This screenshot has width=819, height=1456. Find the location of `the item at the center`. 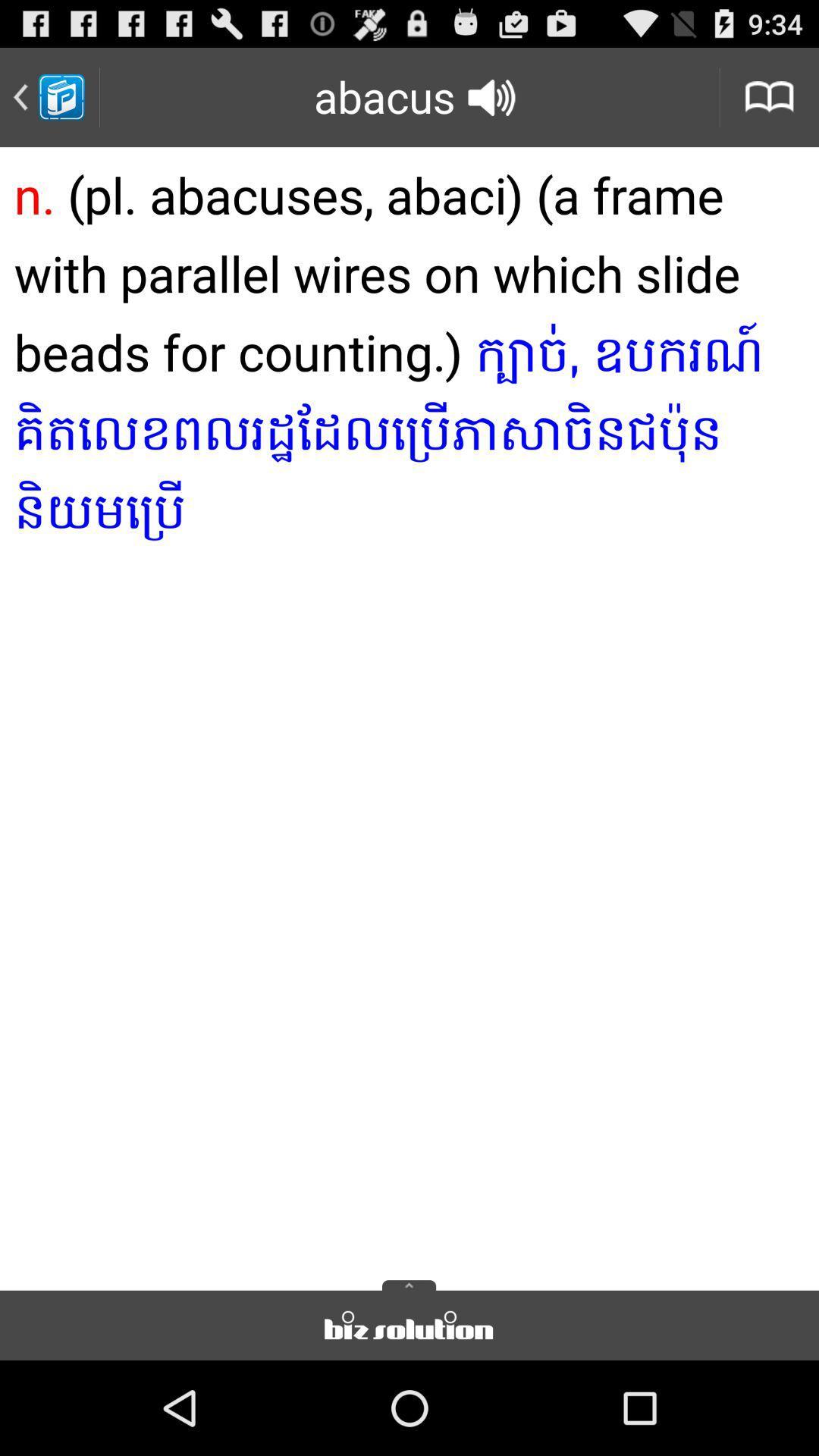

the item at the center is located at coordinates (409, 713).